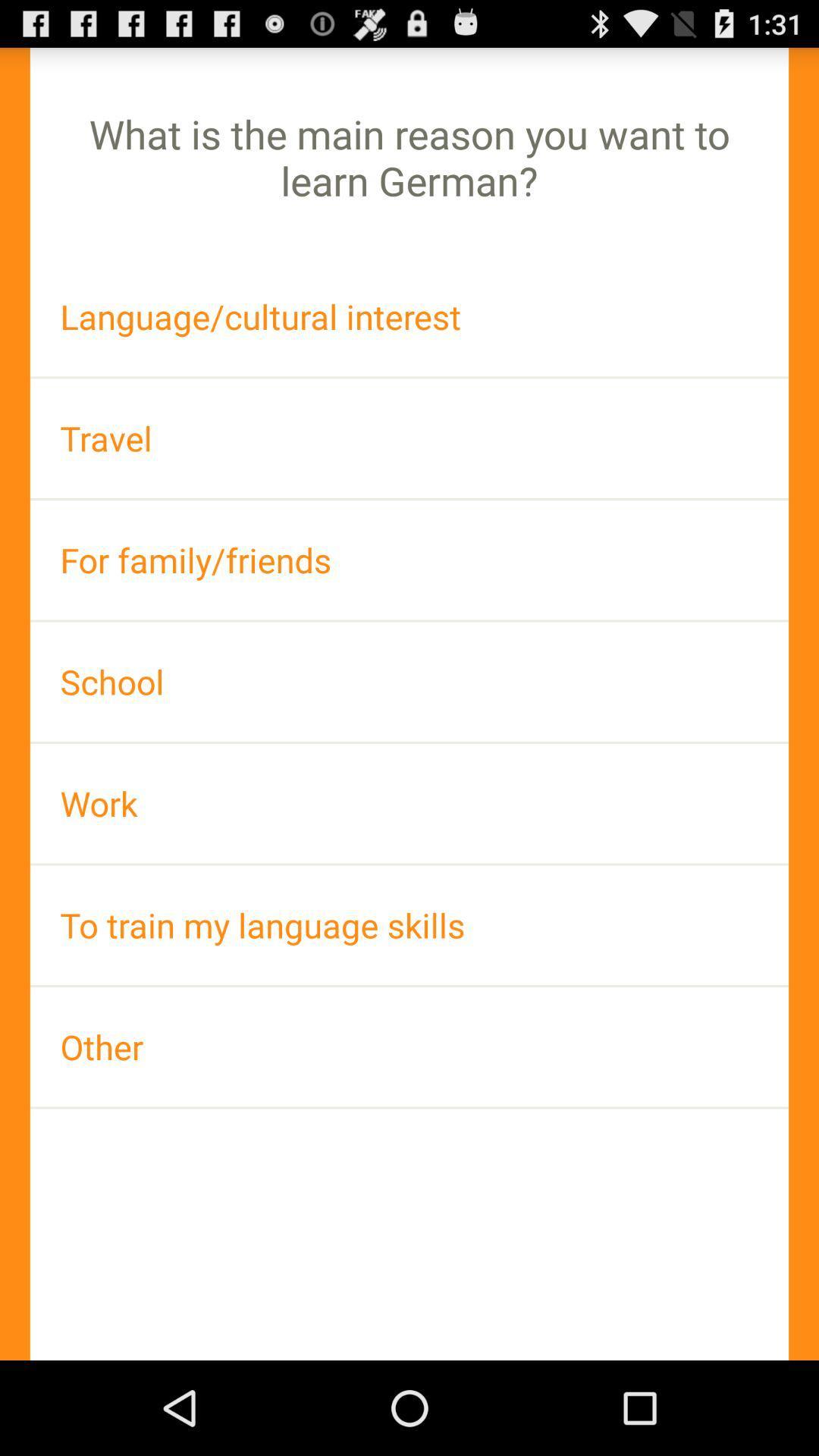 This screenshot has width=819, height=1456. What do you see at coordinates (409, 802) in the screenshot?
I see `work icon` at bounding box center [409, 802].